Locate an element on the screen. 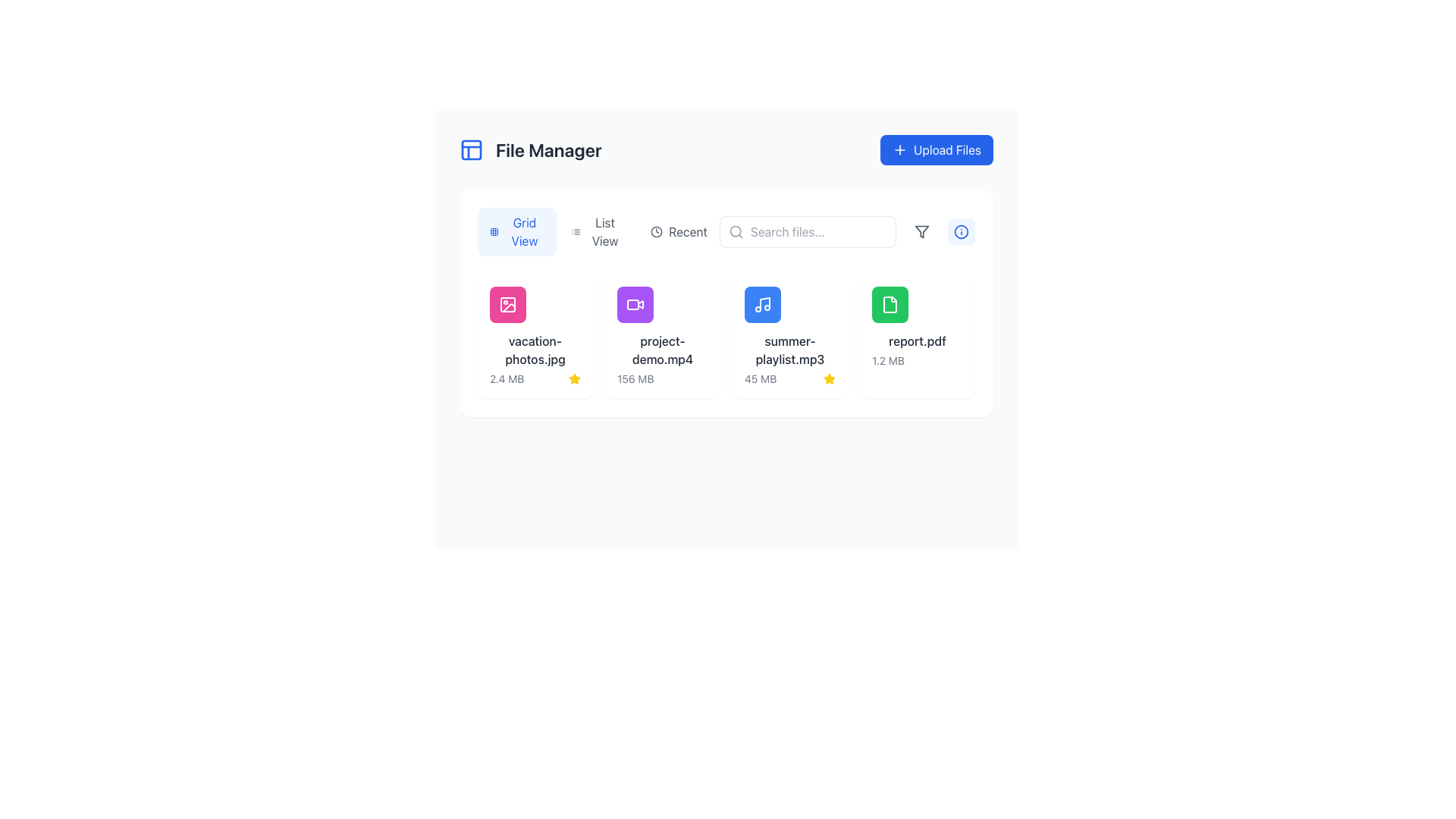 The width and height of the screenshot is (1456, 819). the Toggle buttons group located below the 'File Manager' header for keyboard navigation is located at coordinates (726, 231).